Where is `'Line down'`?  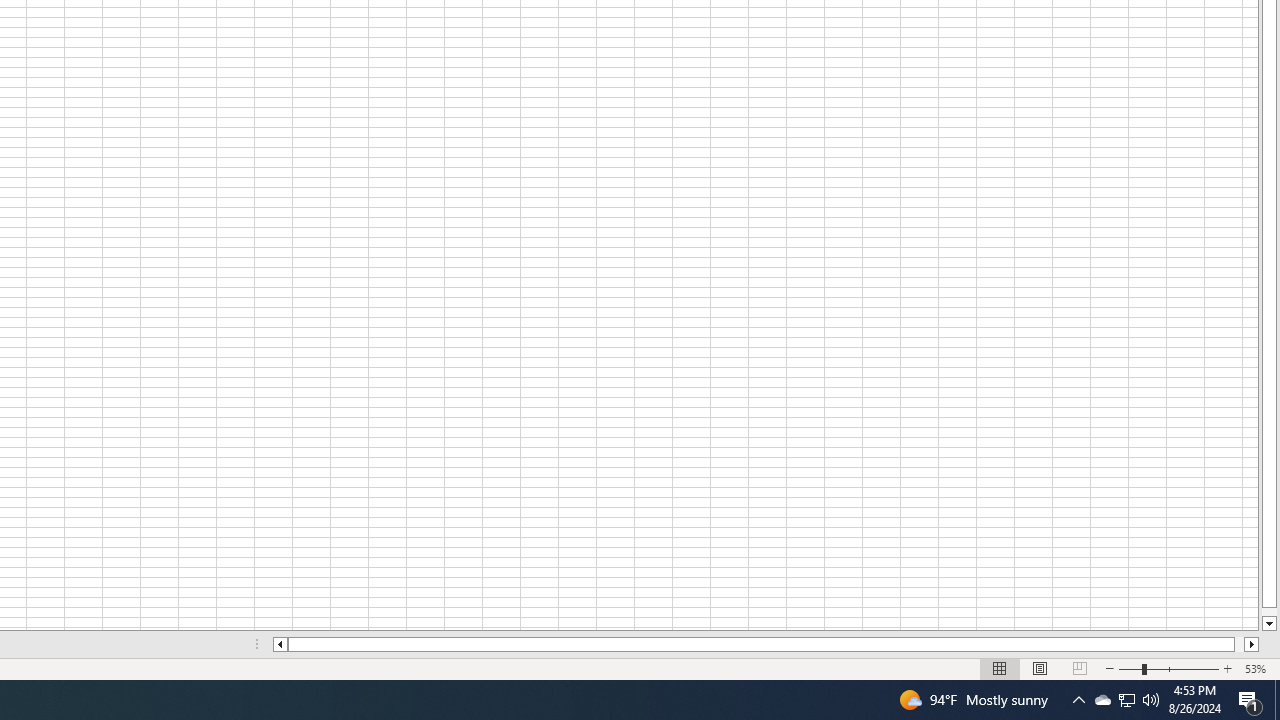 'Line down' is located at coordinates (1268, 623).